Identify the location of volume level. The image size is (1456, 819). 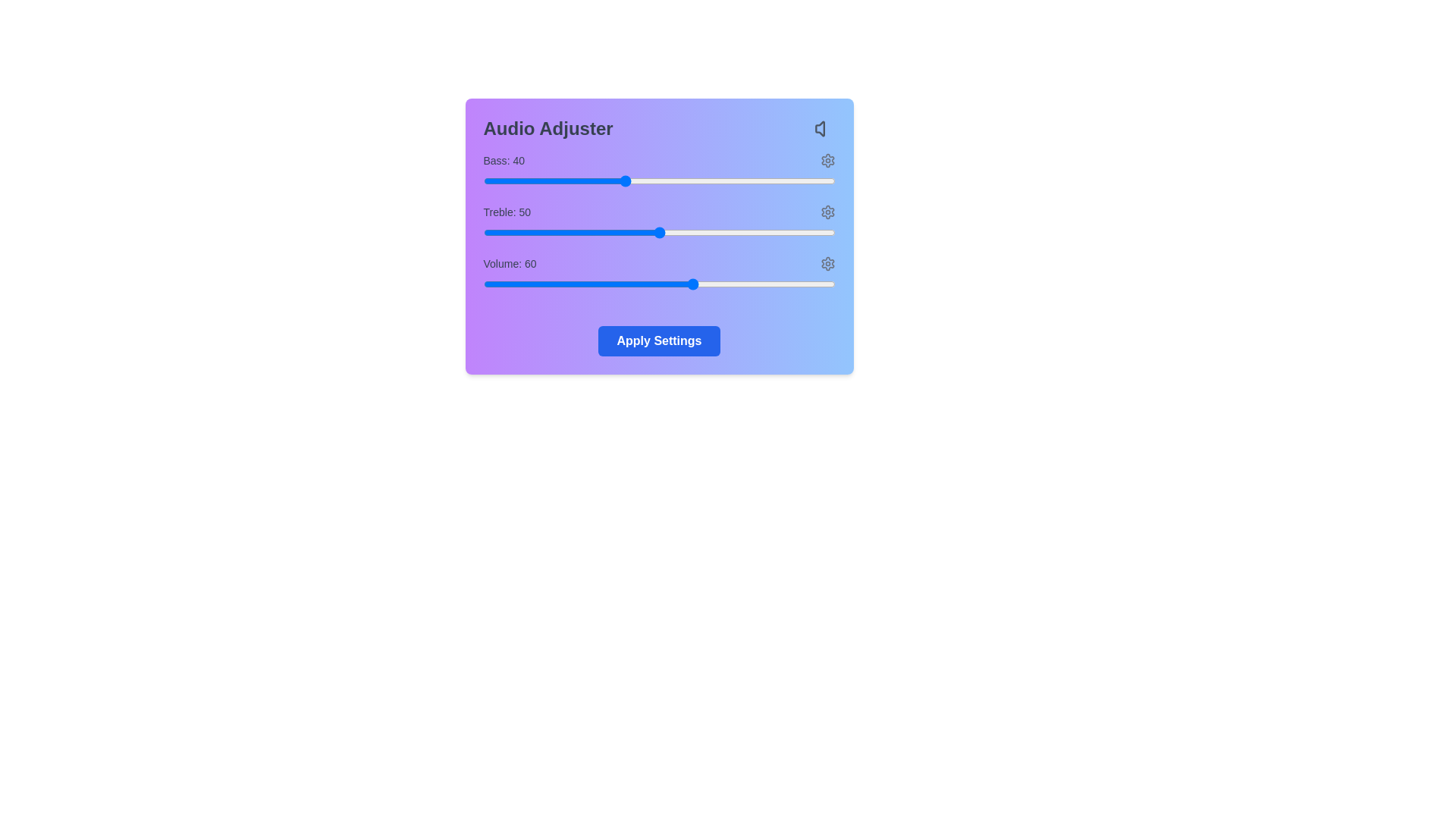
(761, 284).